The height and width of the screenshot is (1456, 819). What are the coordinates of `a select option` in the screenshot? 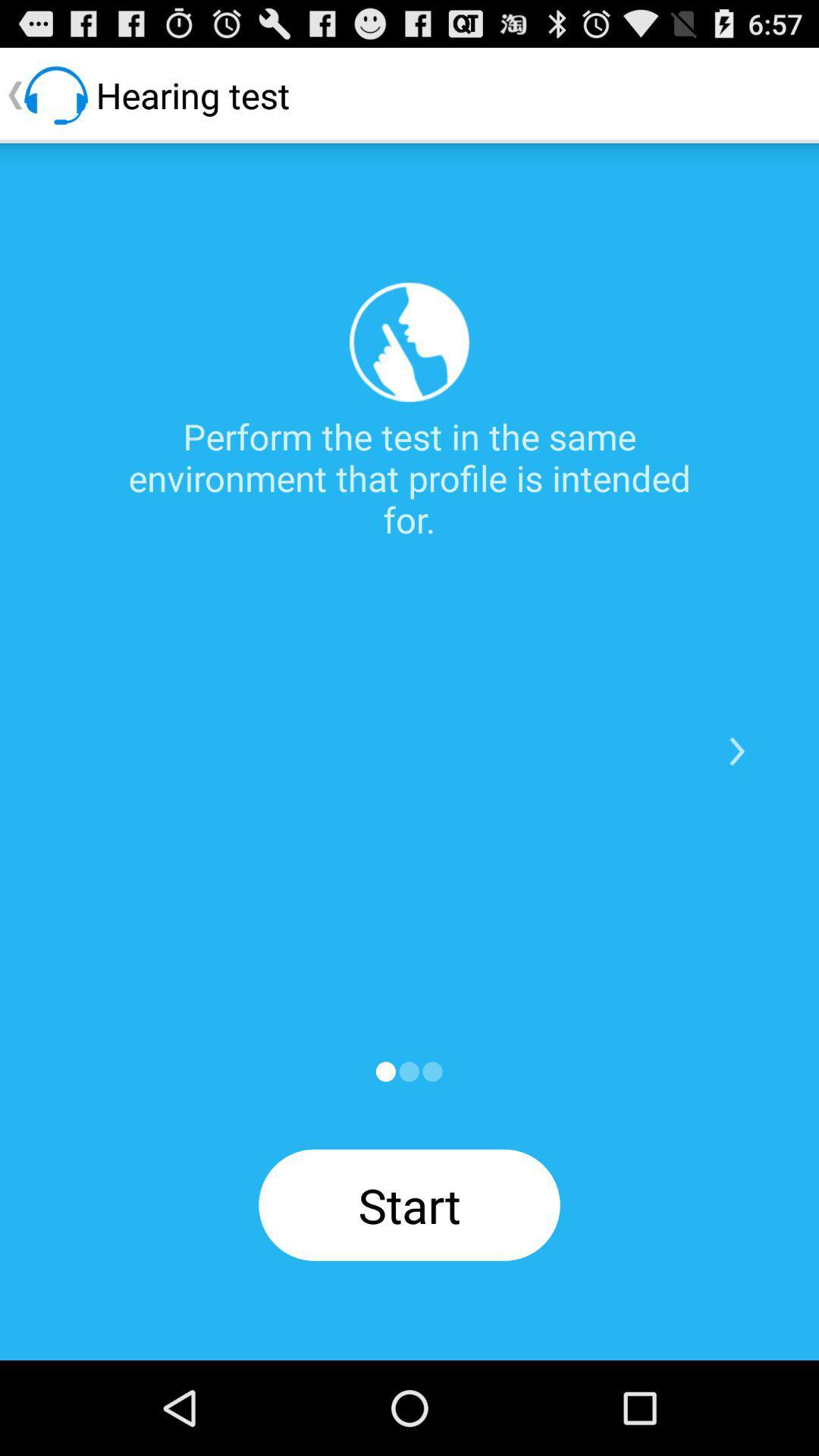 It's located at (408, 1071).